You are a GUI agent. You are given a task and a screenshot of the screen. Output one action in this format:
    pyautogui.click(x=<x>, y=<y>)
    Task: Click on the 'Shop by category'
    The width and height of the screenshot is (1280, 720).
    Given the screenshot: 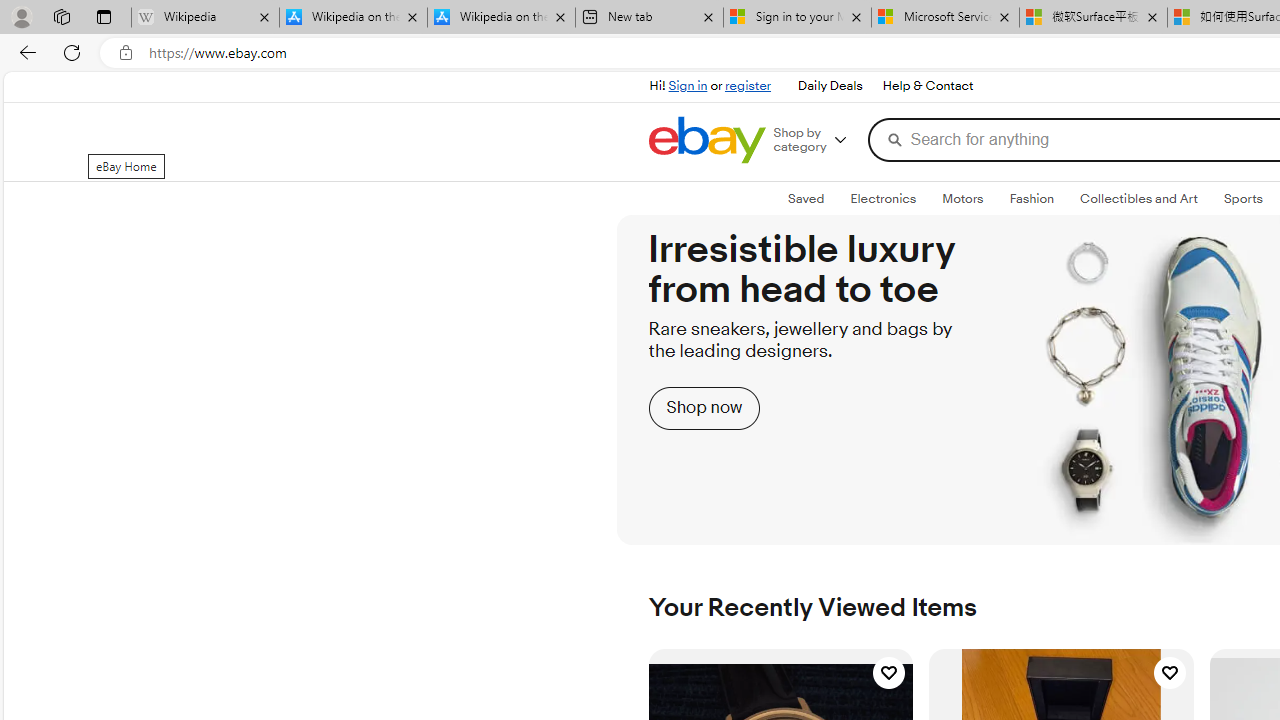 What is the action you would take?
    pyautogui.click(x=817, y=139)
    